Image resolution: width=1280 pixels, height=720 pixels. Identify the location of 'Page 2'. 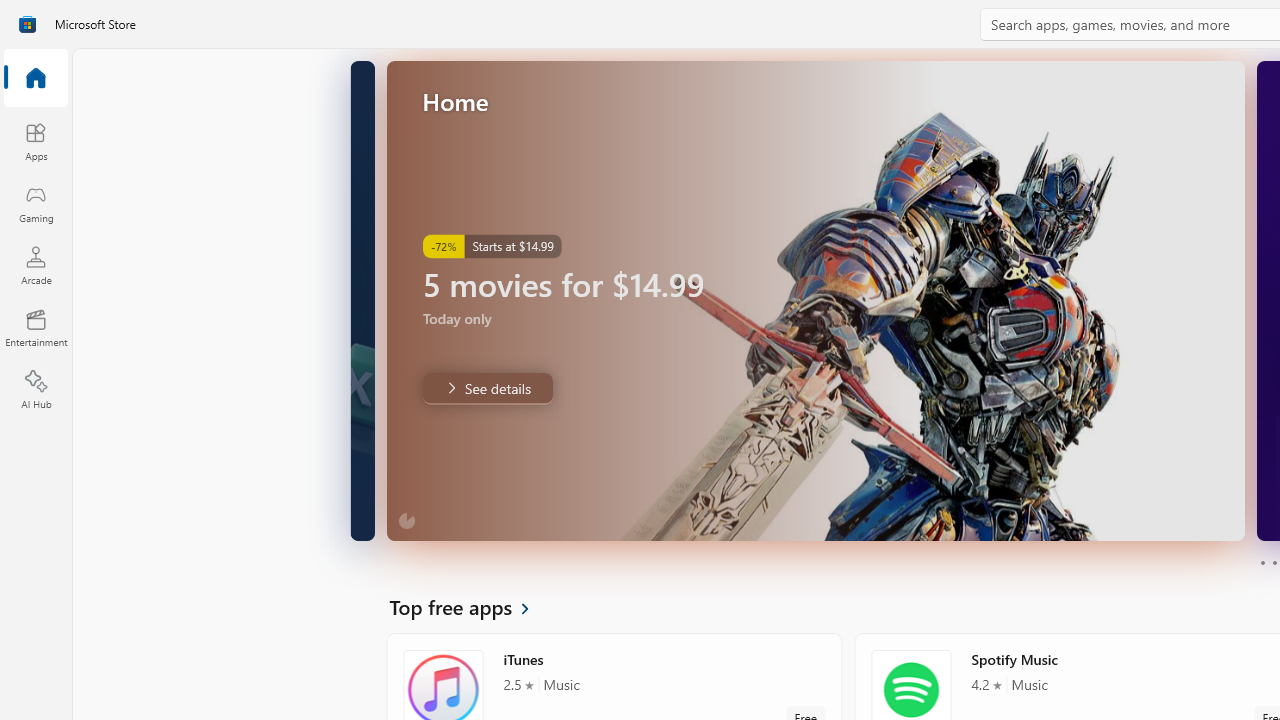
(1273, 563).